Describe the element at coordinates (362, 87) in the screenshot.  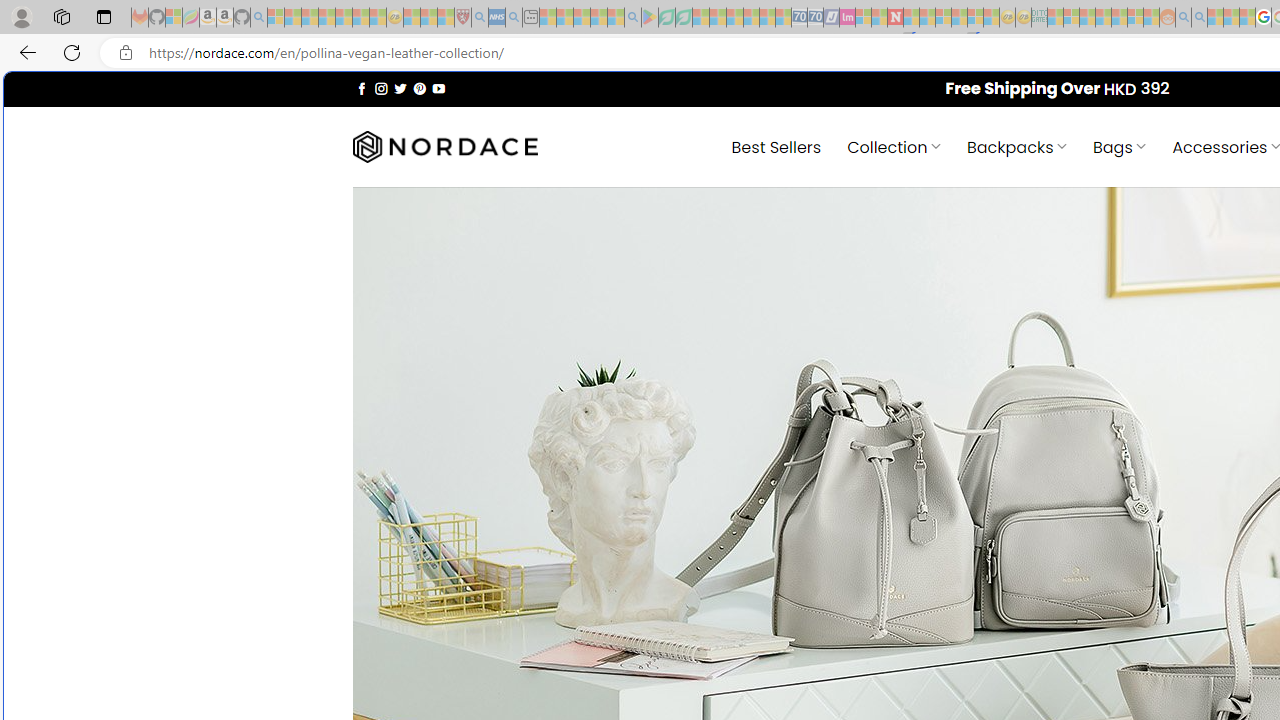
I see `'Follow on Facebook'` at that location.